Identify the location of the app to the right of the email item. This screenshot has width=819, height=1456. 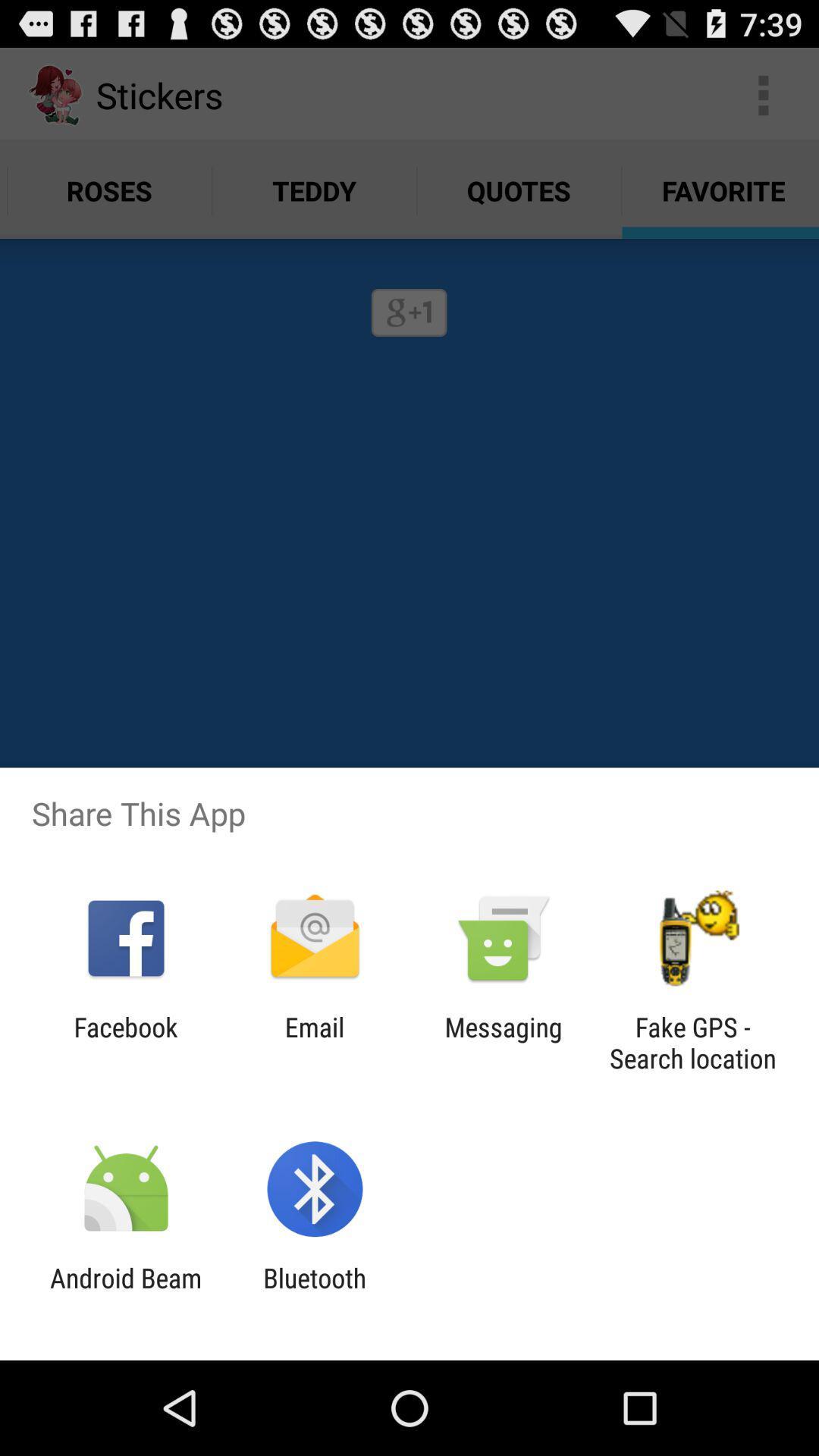
(504, 1042).